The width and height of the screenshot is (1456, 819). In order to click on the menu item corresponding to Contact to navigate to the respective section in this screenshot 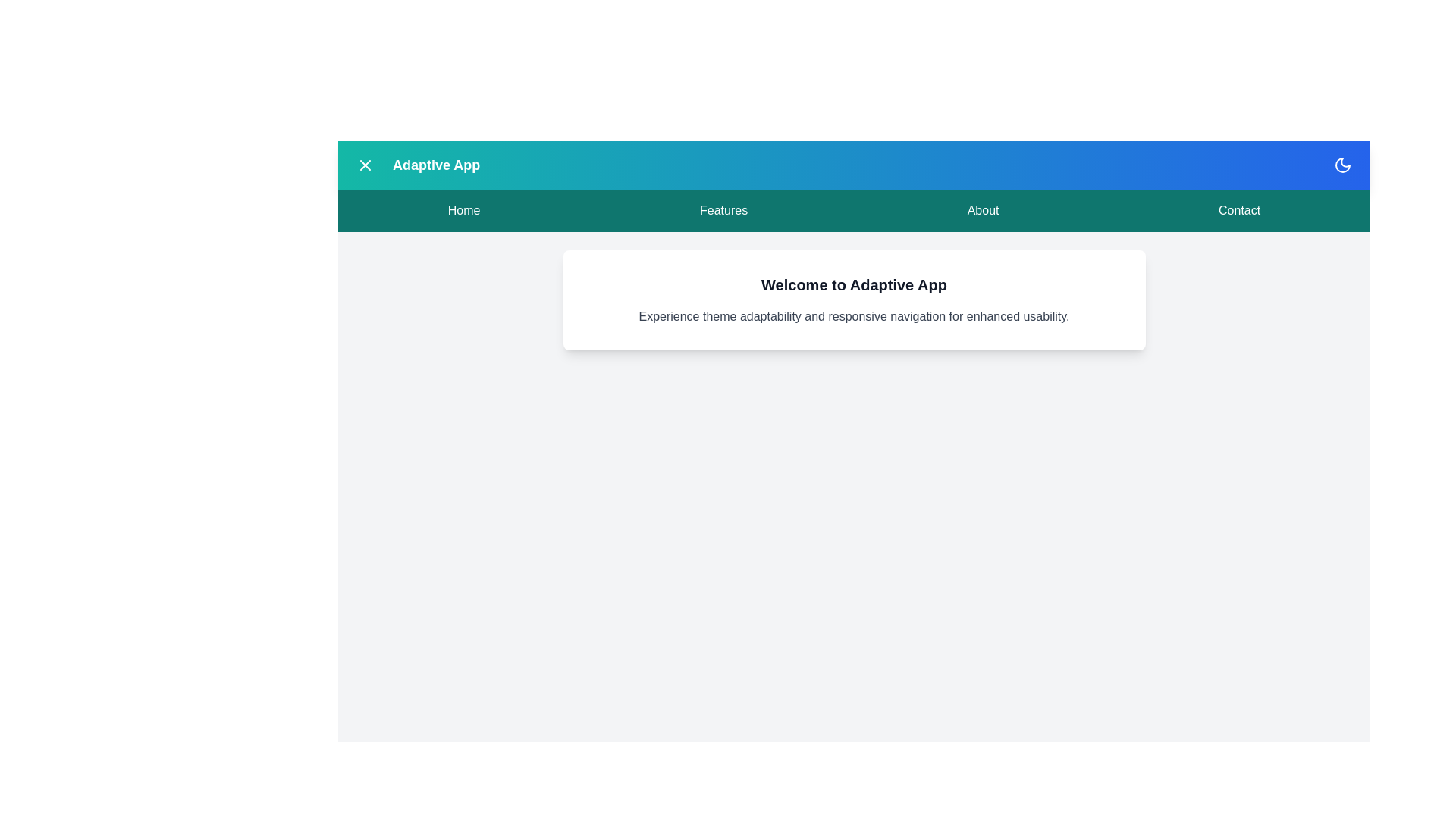, I will do `click(1238, 210)`.